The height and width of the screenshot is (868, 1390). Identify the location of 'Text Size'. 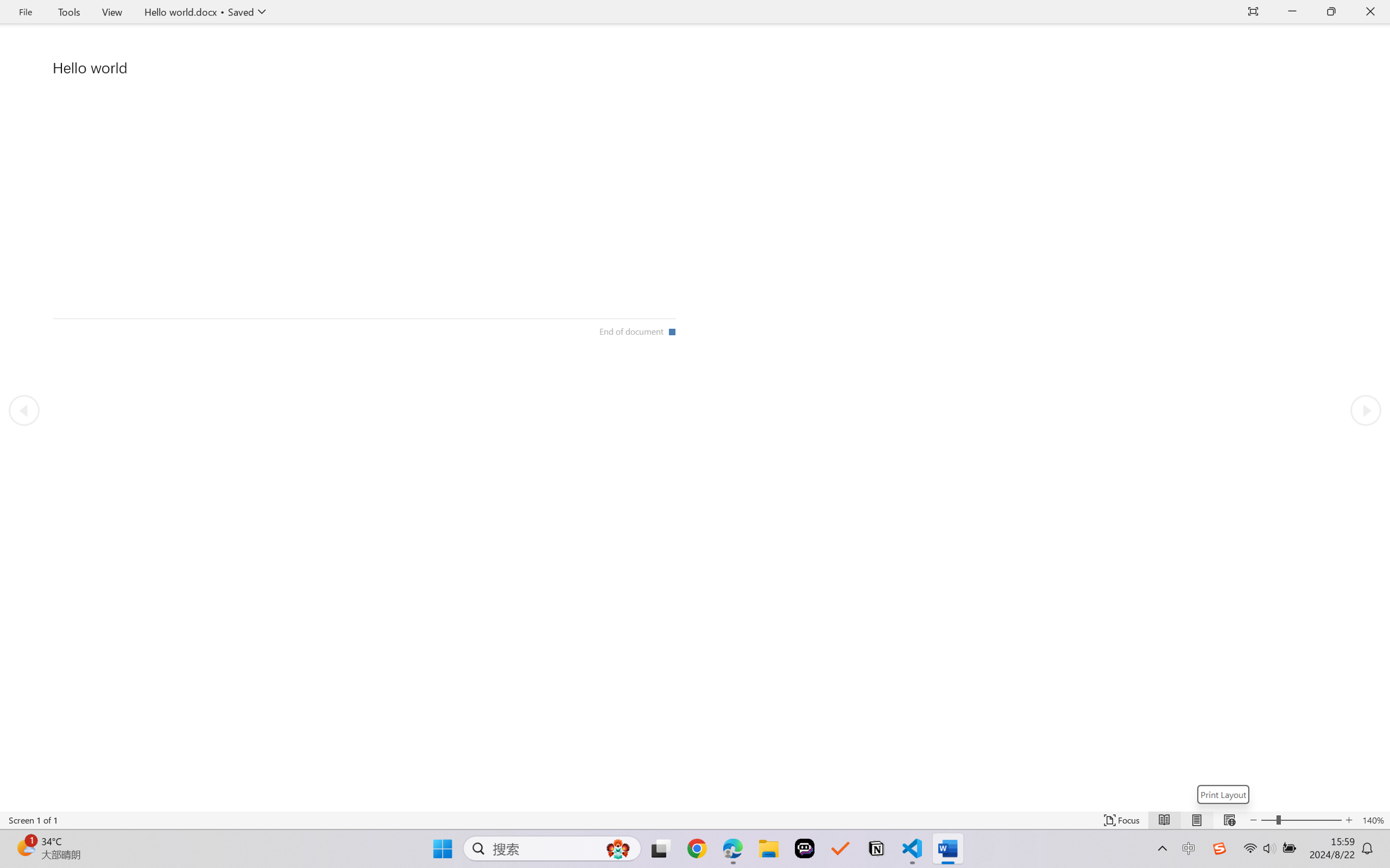
(1302, 820).